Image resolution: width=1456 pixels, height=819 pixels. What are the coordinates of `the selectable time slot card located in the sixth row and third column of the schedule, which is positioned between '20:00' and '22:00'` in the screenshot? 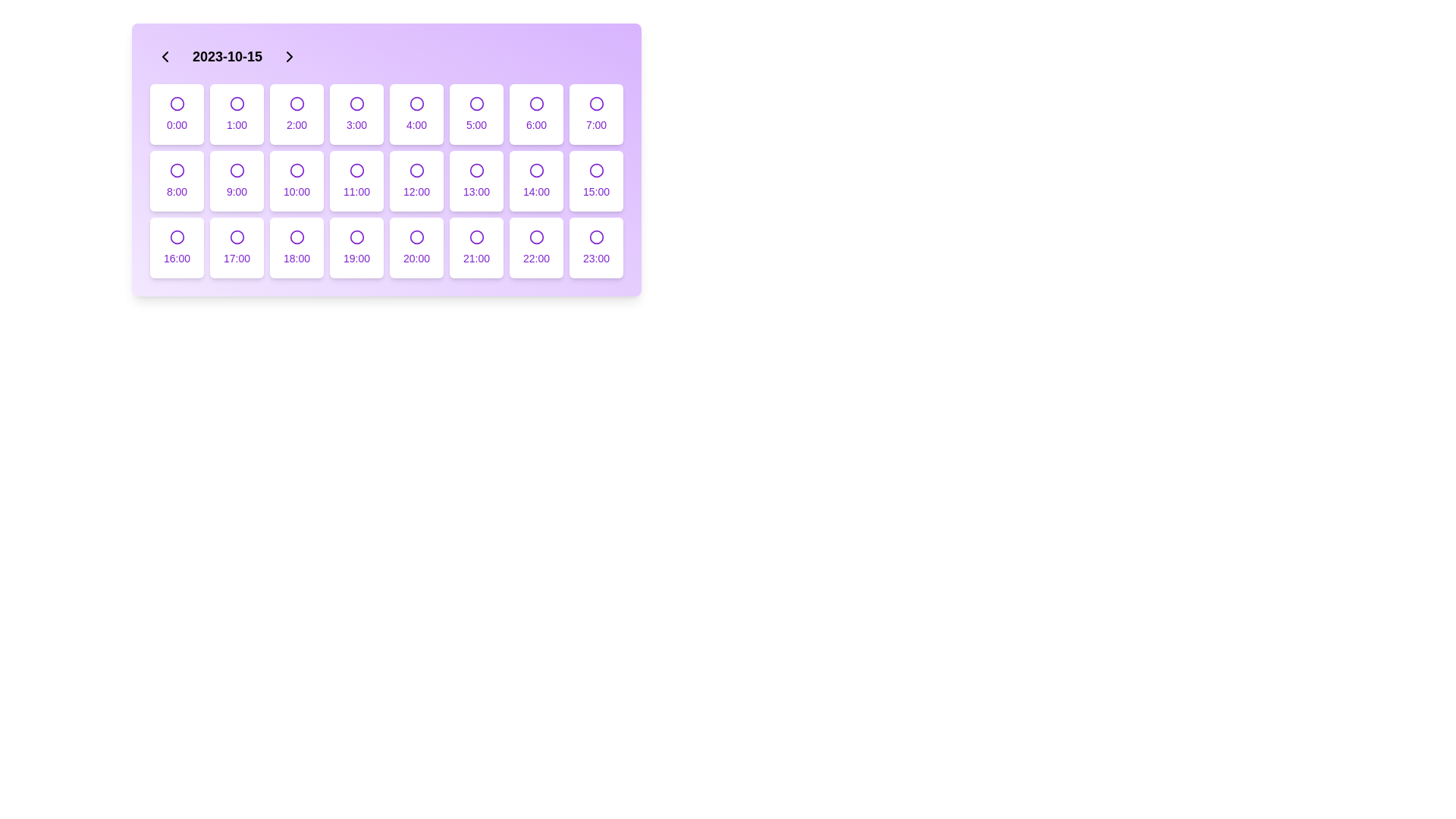 It's located at (475, 247).